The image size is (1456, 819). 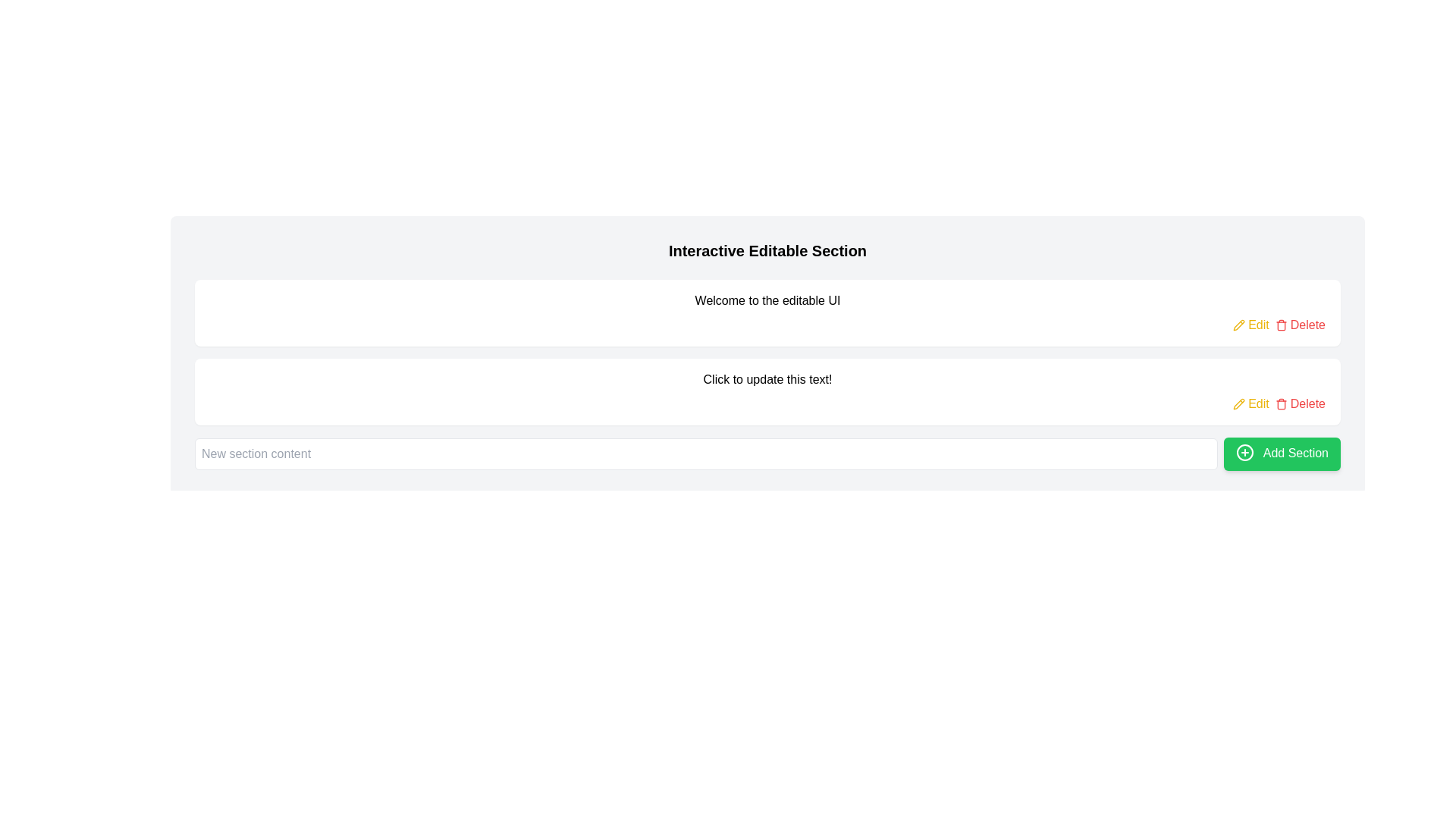 I want to click on the trashcan-shaped icon with a red stroke next to the 'Delete' label, so click(x=1280, y=324).